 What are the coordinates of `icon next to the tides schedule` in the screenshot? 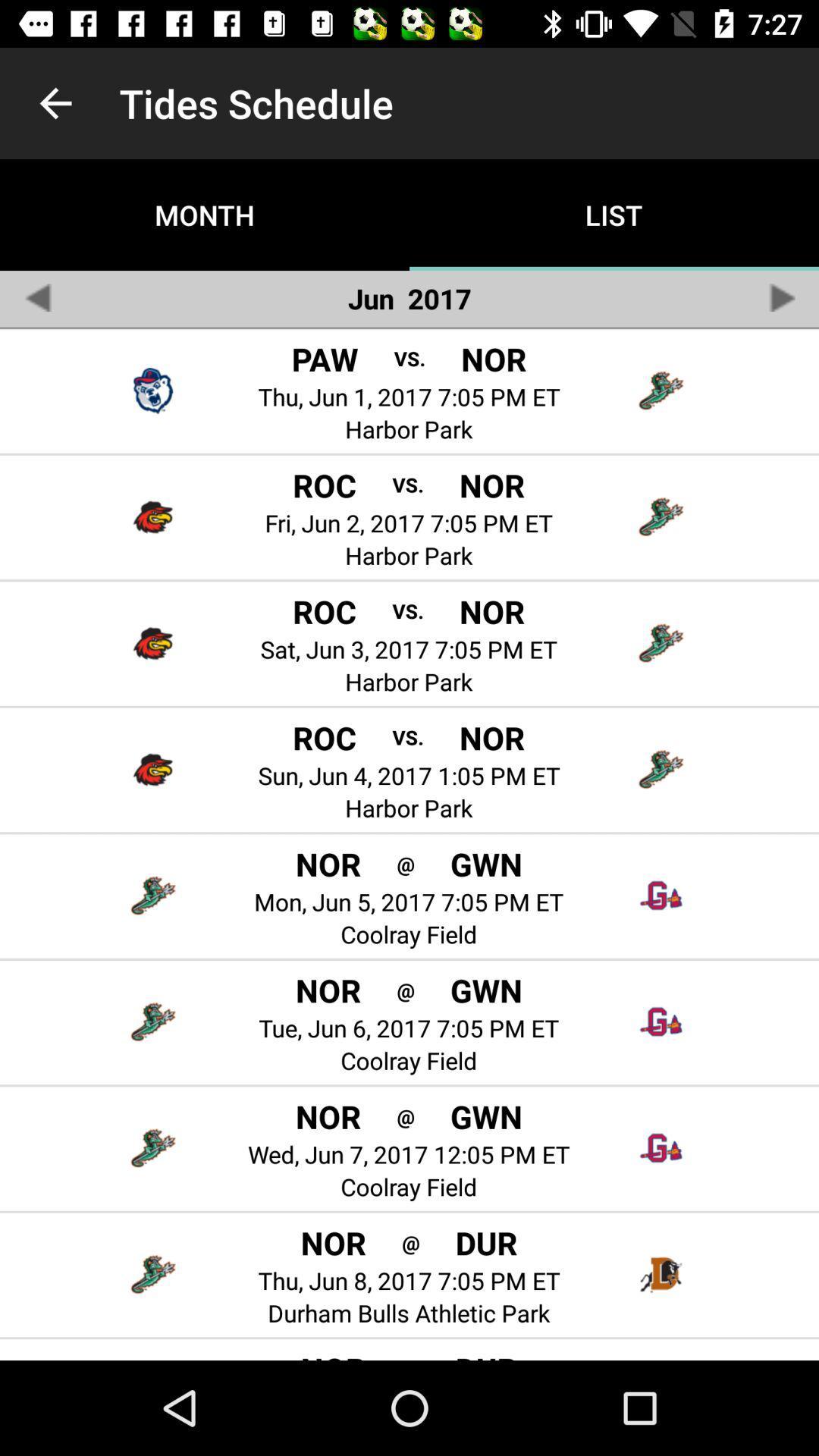 It's located at (55, 102).